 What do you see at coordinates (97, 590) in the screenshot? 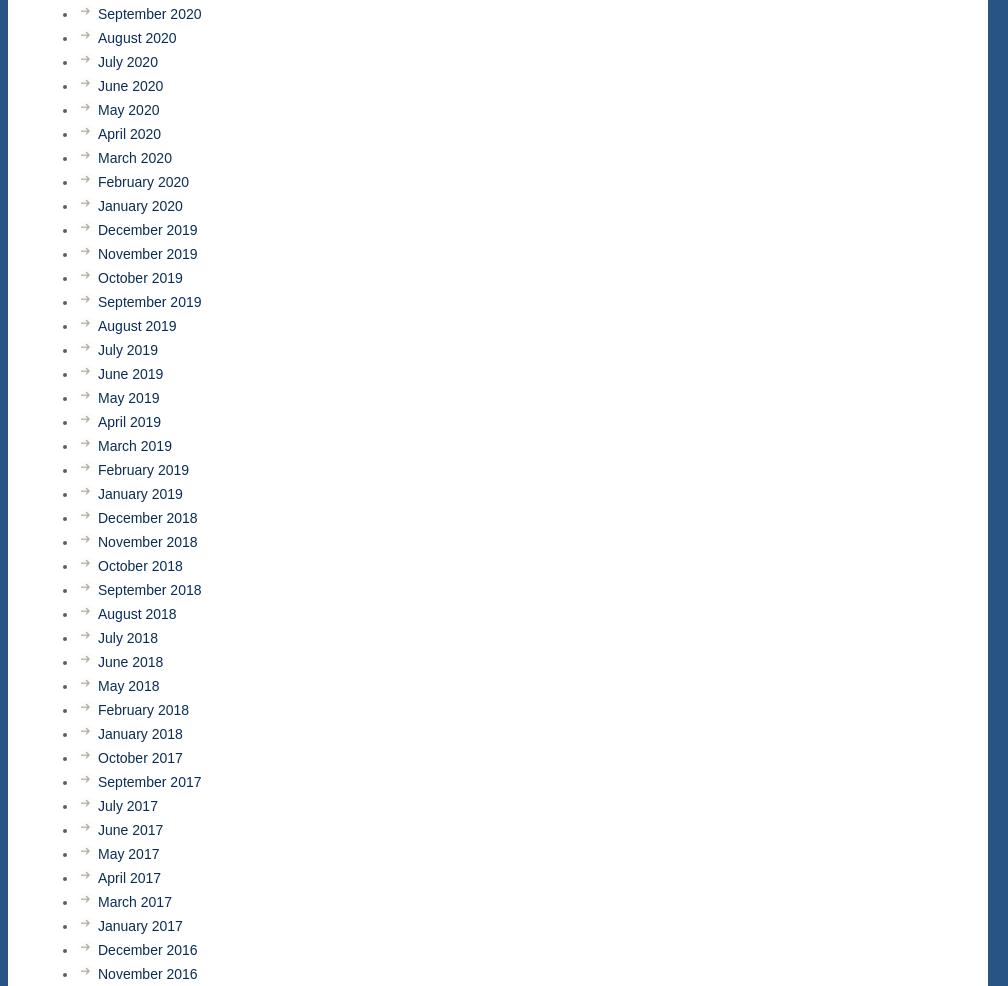
I see `'September 2018'` at bounding box center [97, 590].